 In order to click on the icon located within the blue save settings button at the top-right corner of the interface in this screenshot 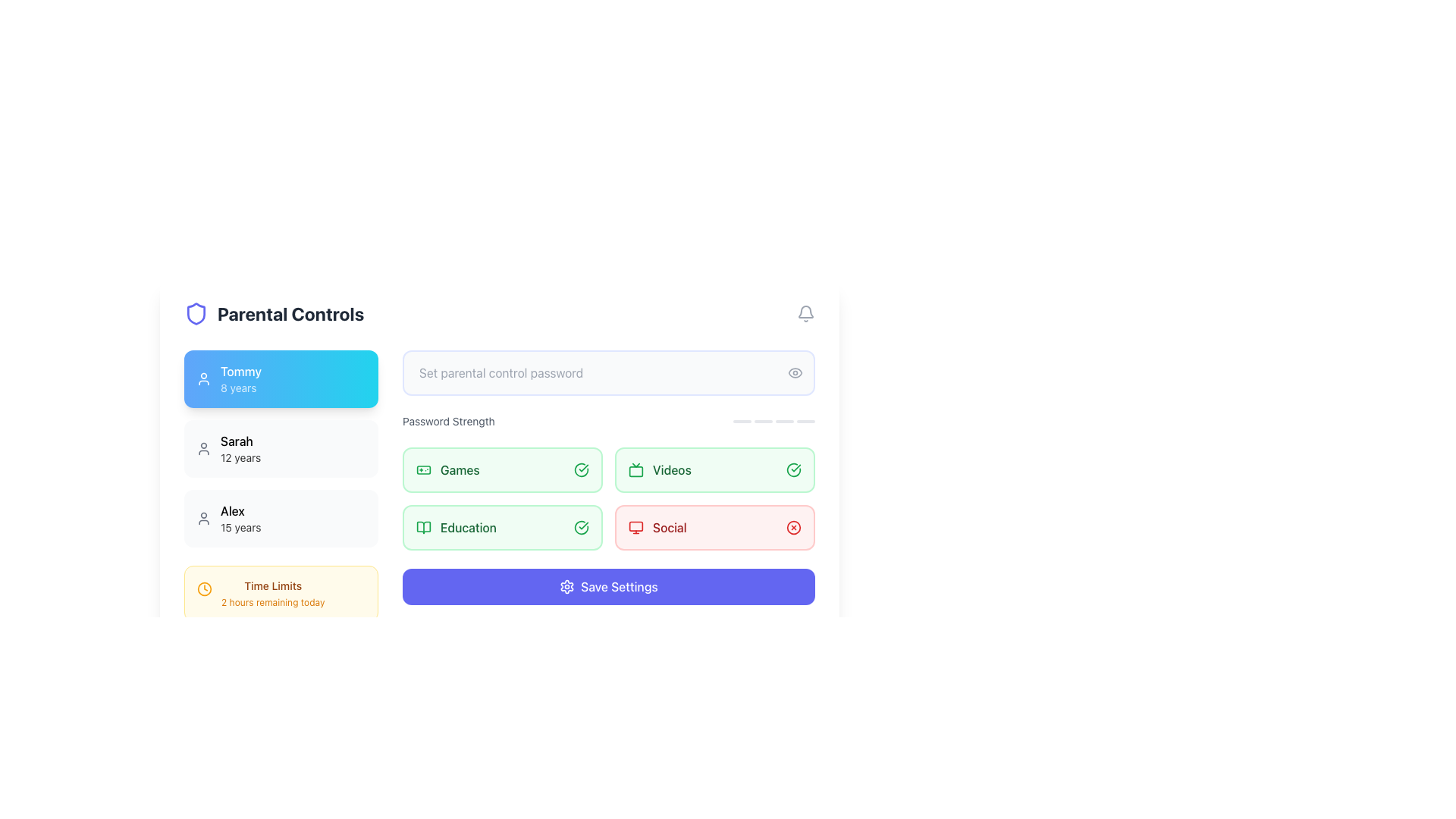, I will do `click(566, 586)`.